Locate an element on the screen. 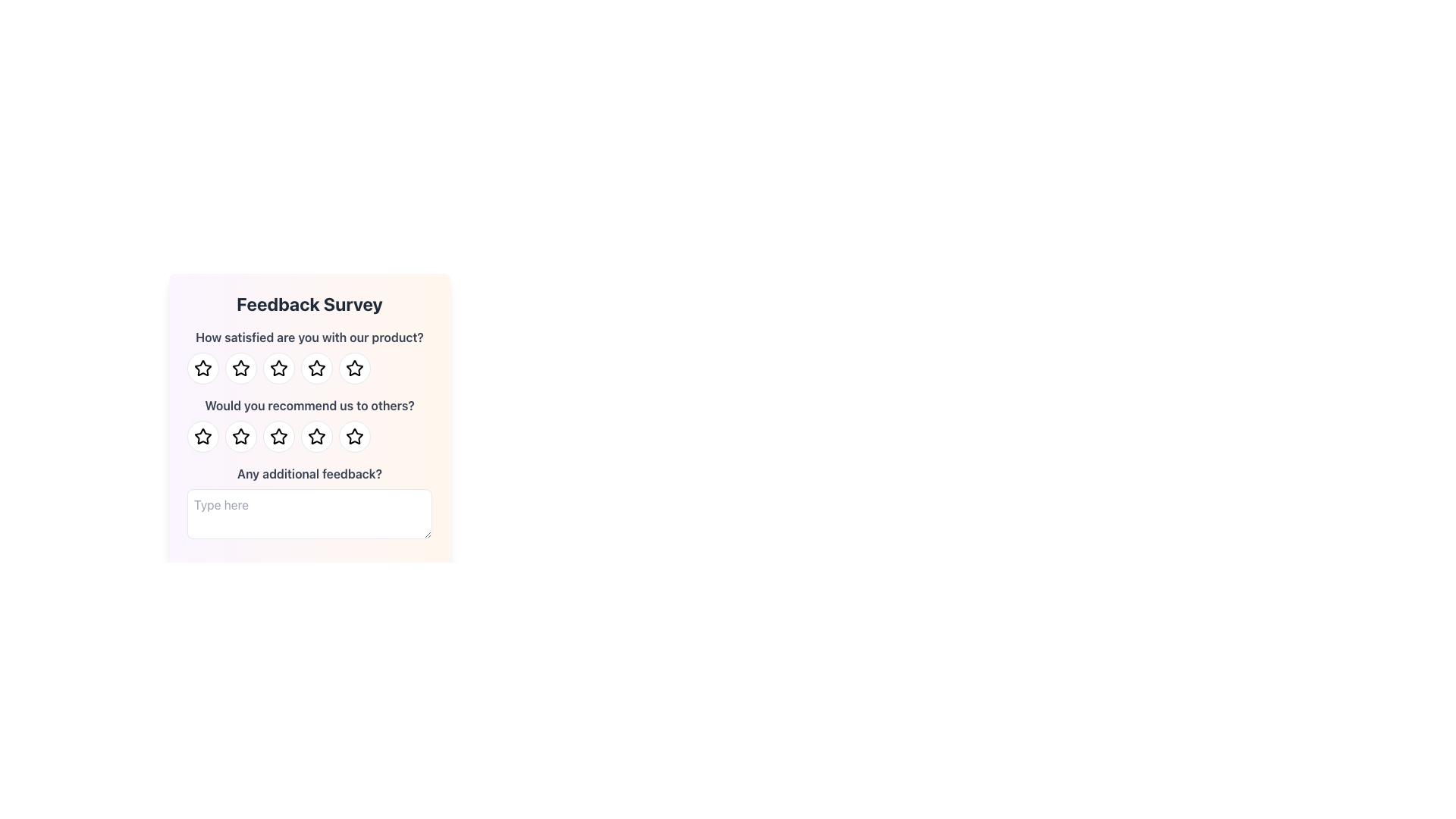 This screenshot has height=819, width=1456. the first circular star button with a white background and black star icon is located at coordinates (202, 369).